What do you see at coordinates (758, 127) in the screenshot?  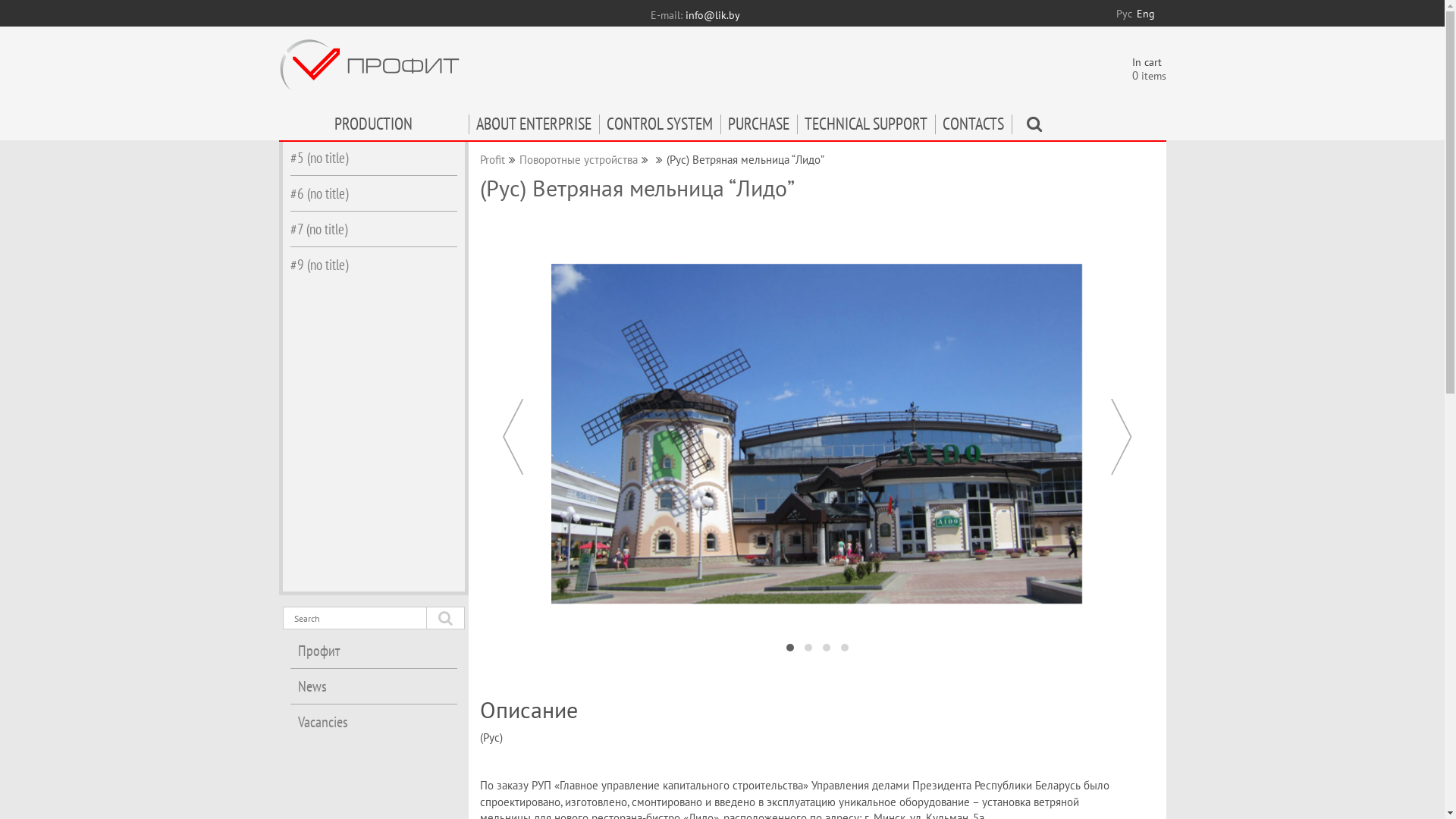 I see `'PURCHASE'` at bounding box center [758, 127].